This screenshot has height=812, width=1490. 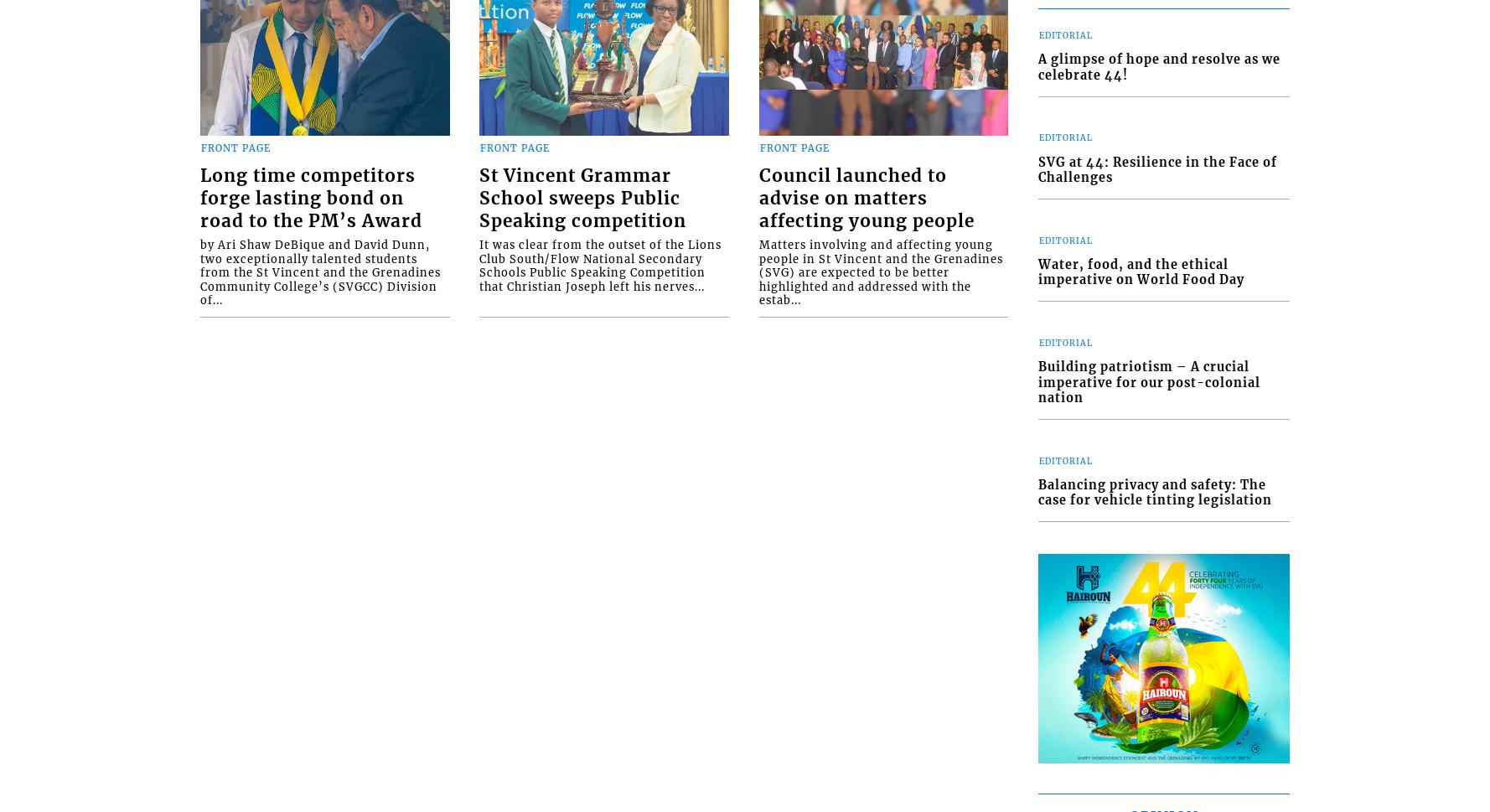 What do you see at coordinates (1148, 382) in the screenshot?
I see `'Building patriotism – A crucial  imperative for our post-colonial nation'` at bounding box center [1148, 382].